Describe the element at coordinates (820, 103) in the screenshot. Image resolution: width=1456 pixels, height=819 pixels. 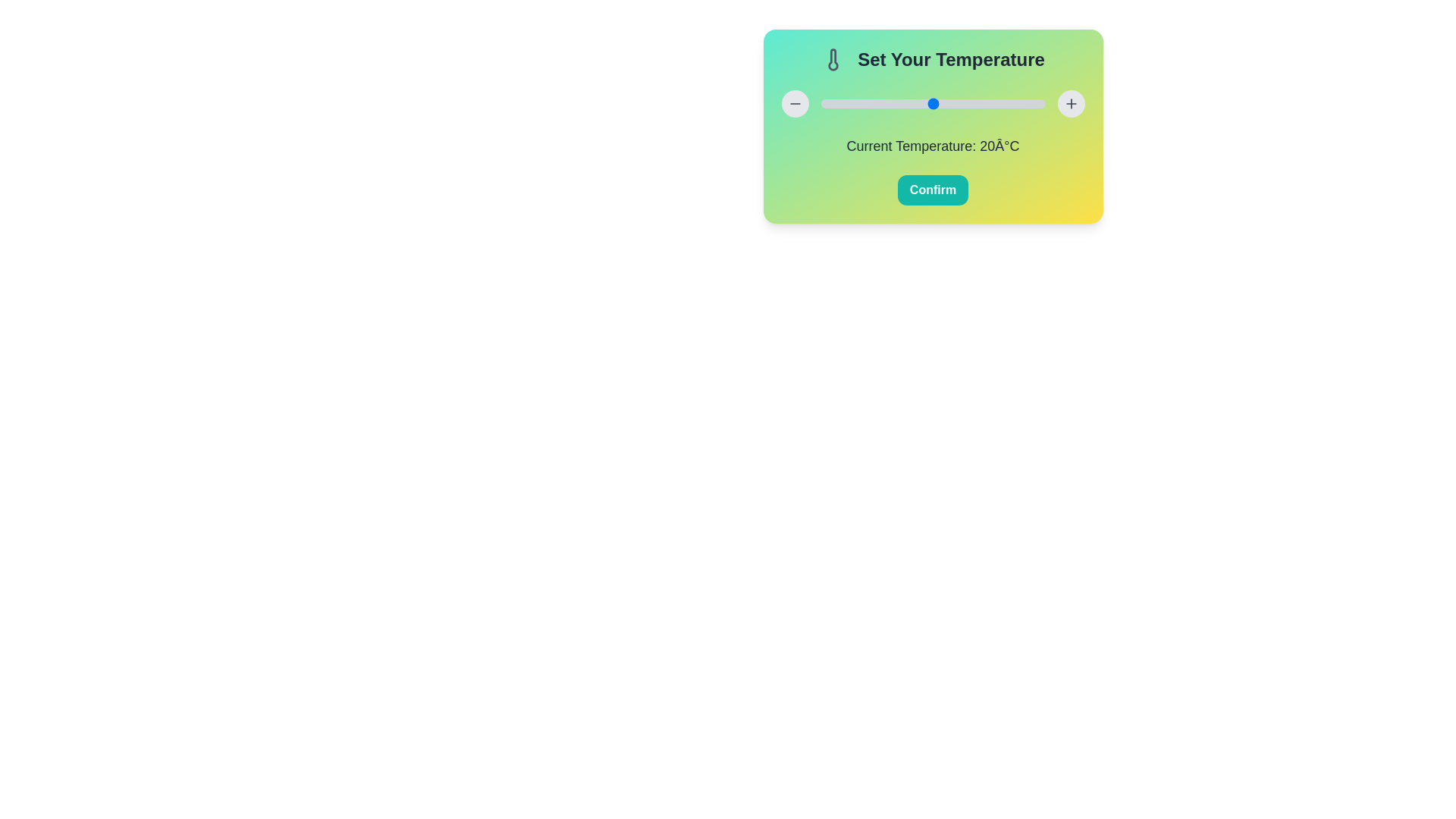
I see `the temperature slider to set the temperature to 0°C` at that location.